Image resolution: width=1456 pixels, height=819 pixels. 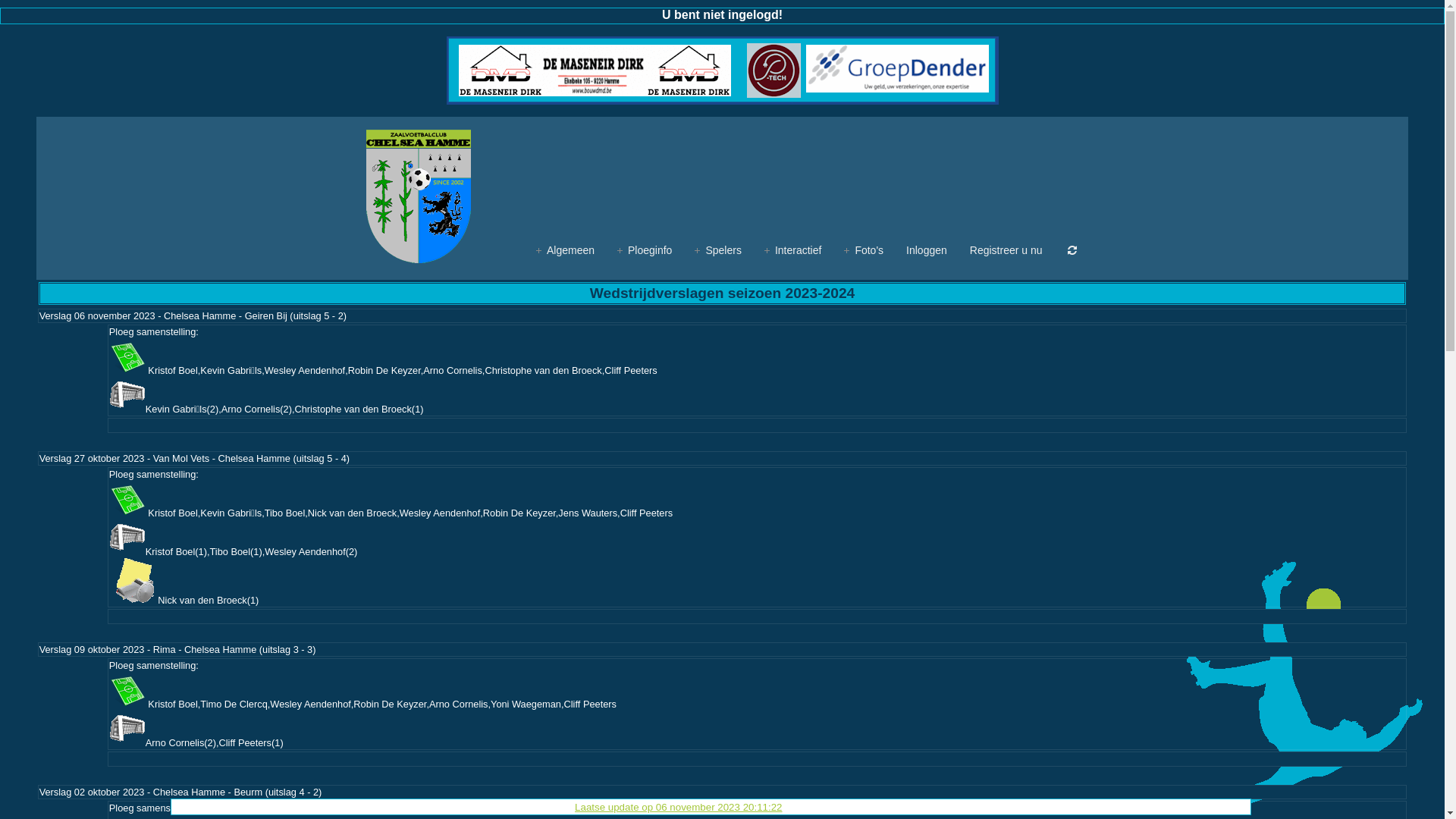 I want to click on 'Interactief', so click(x=764, y=249).